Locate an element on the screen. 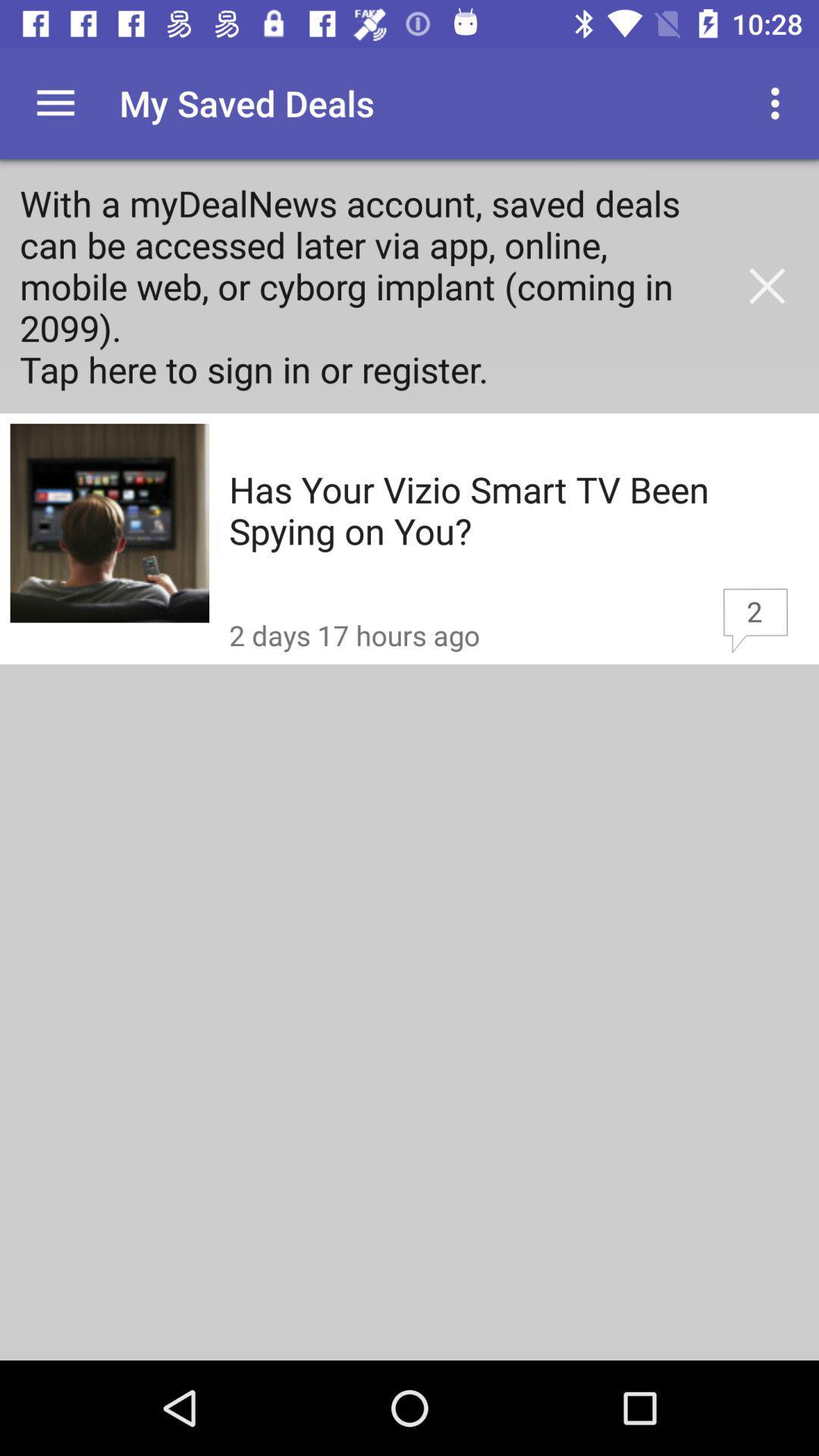  the item next to my saved deals app is located at coordinates (55, 102).